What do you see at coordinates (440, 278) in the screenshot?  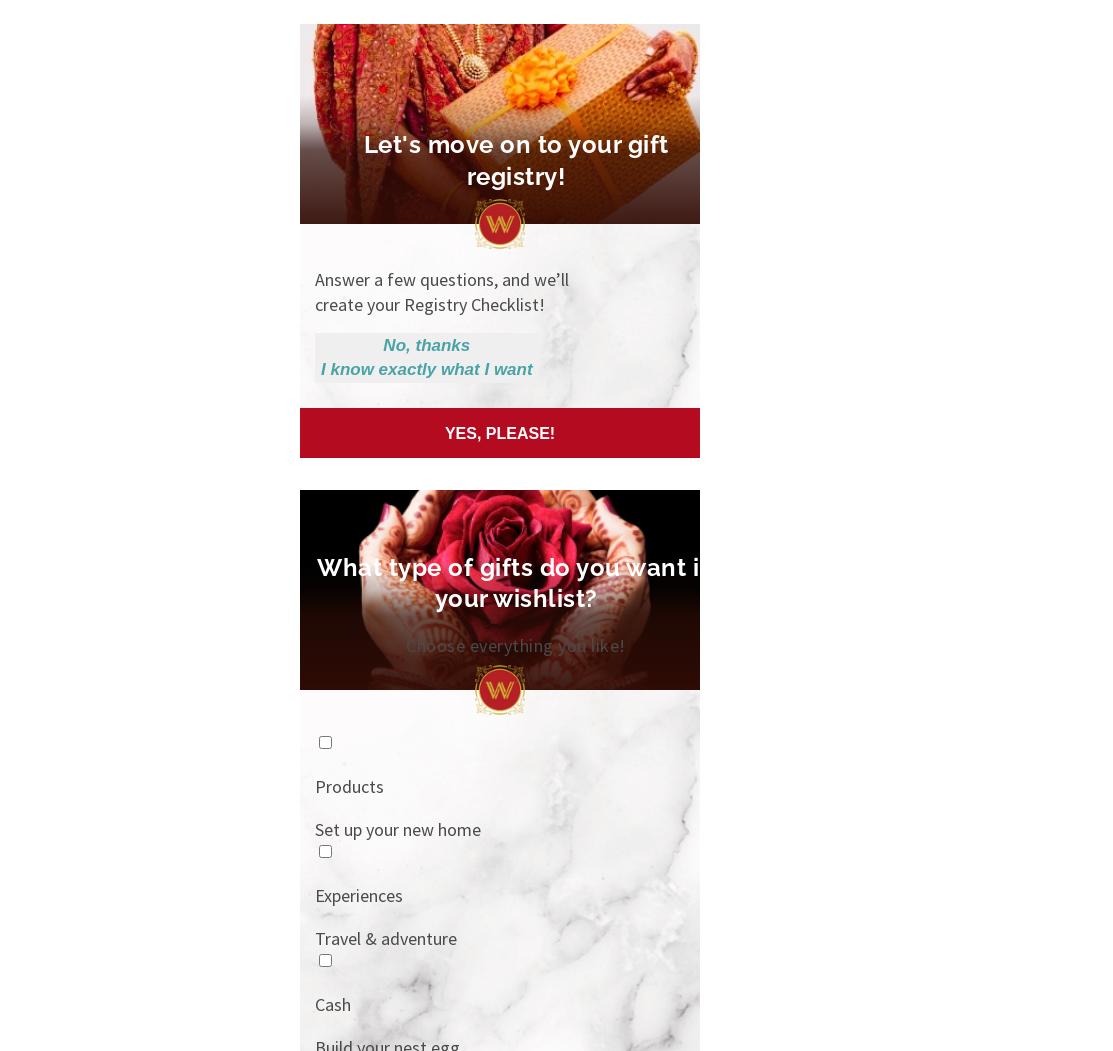 I see `'Answer a few questions, and we’ll'` at bounding box center [440, 278].